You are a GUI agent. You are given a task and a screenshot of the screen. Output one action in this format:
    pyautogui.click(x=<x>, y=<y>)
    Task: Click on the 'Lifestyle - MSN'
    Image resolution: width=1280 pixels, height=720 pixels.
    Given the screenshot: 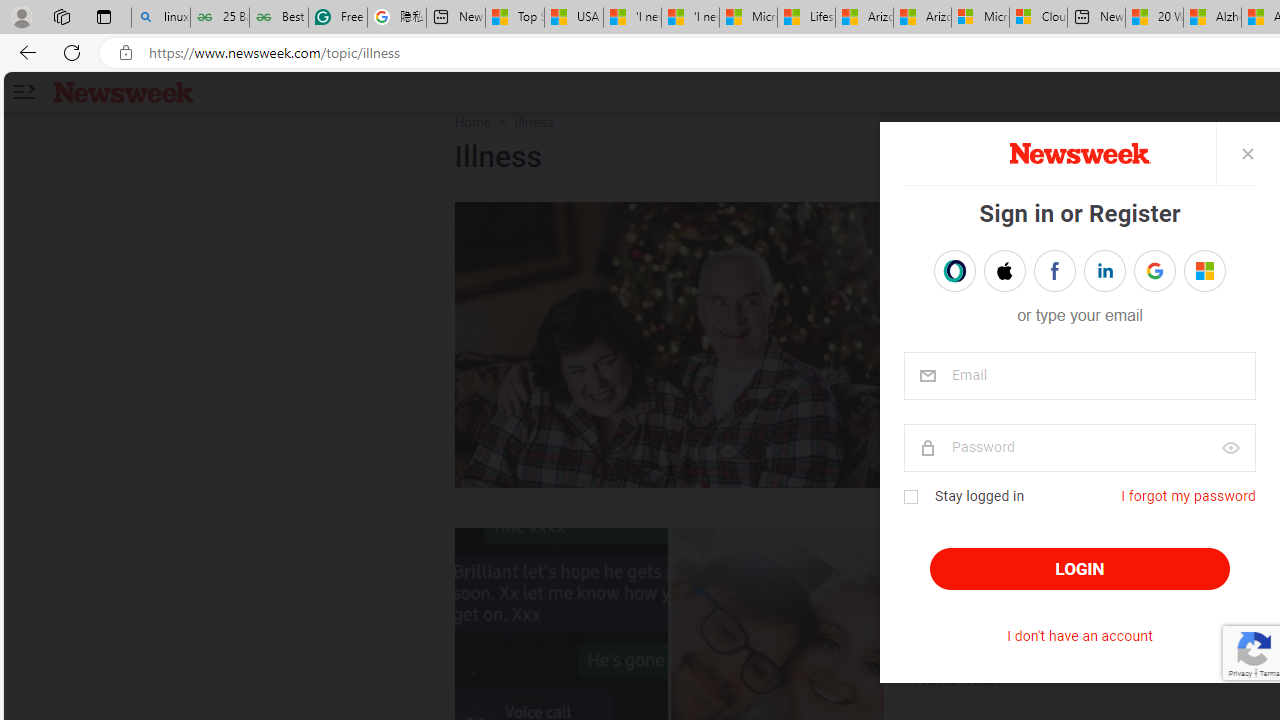 What is the action you would take?
    pyautogui.click(x=806, y=17)
    